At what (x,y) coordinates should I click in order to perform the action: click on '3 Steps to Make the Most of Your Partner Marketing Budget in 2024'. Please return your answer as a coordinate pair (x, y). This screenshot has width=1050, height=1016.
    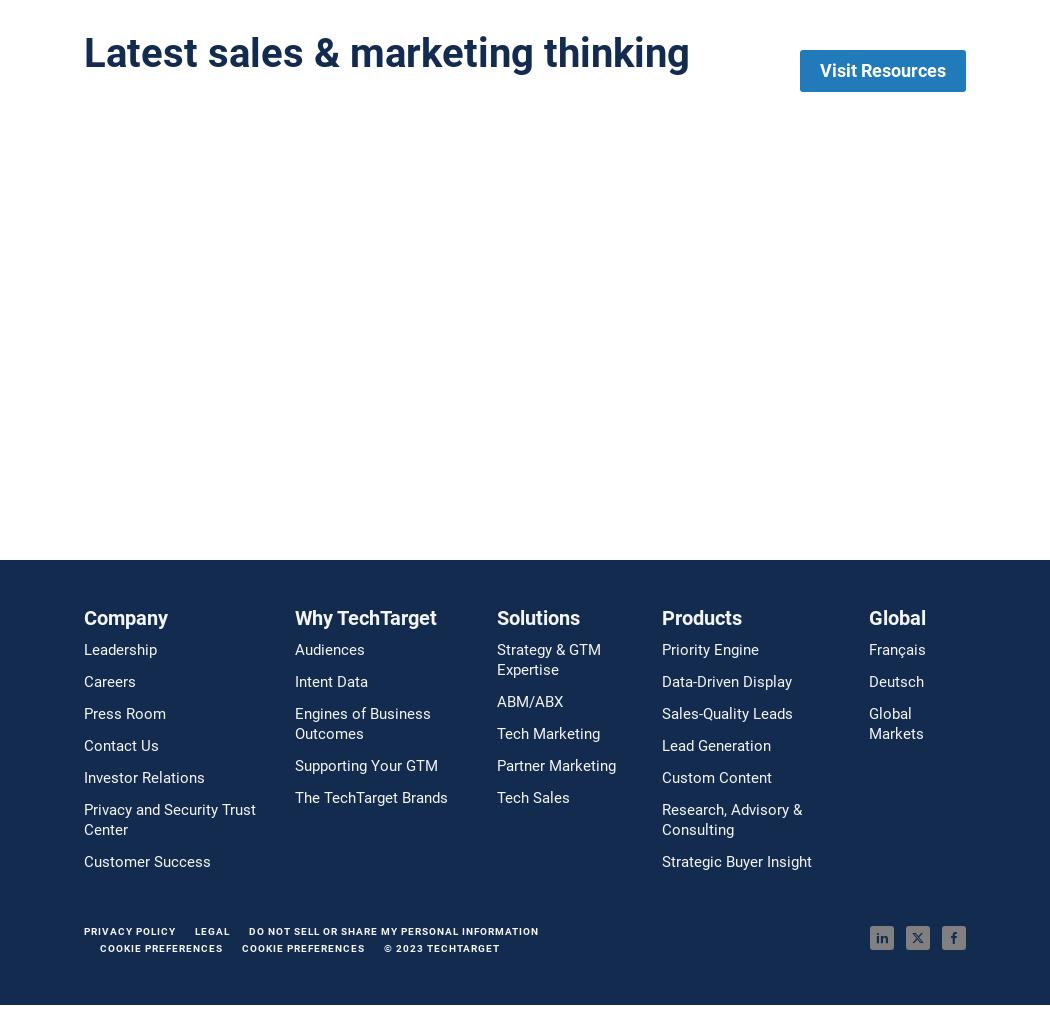
    Looking at the image, I should click on (344, 362).